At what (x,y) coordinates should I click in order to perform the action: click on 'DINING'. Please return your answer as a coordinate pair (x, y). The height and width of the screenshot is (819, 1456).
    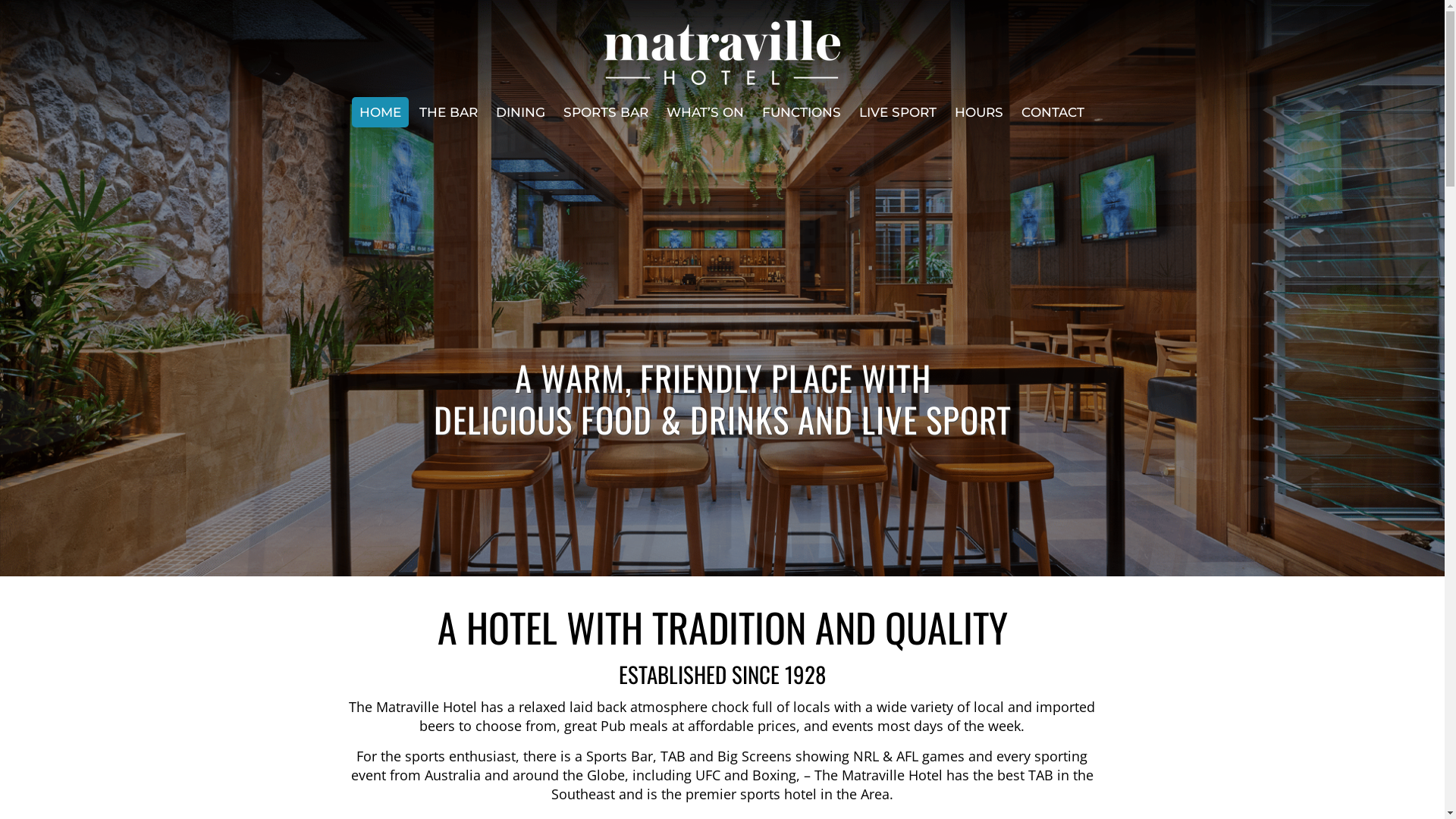
    Looking at the image, I should click on (488, 111).